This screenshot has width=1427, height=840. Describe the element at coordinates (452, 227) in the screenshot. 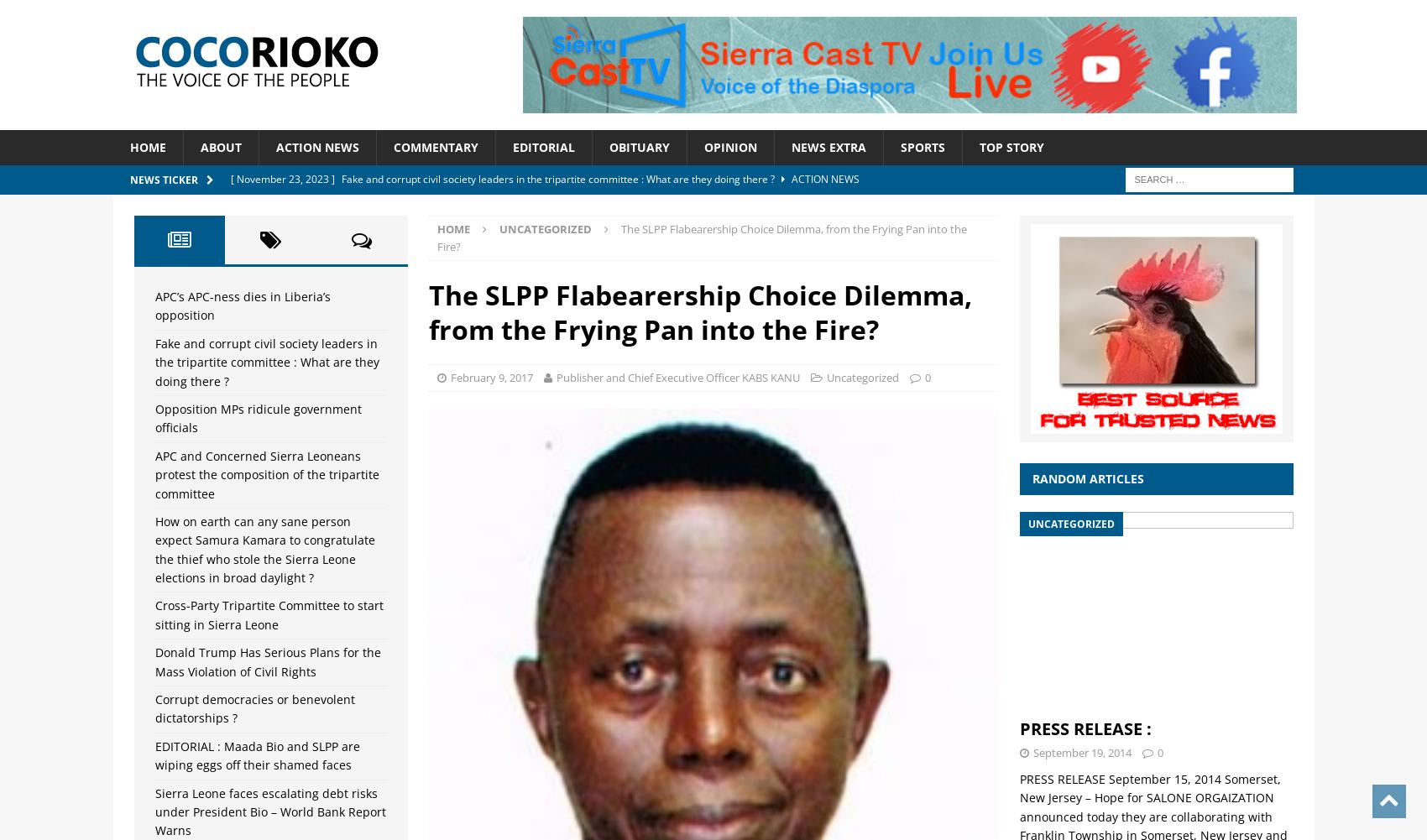

I see `'Home'` at that location.